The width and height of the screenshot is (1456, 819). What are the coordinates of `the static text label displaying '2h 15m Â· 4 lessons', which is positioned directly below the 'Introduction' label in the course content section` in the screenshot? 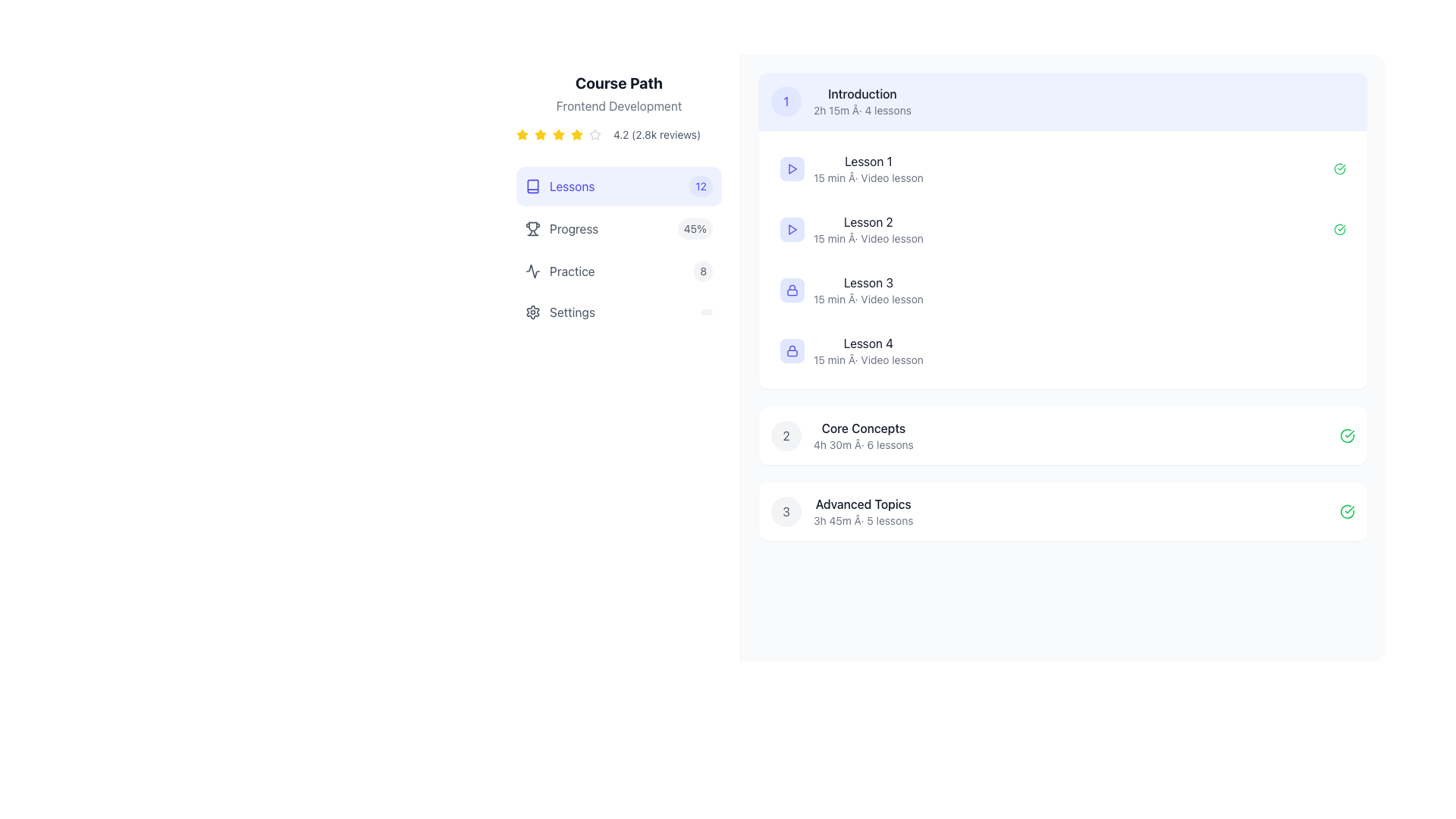 It's located at (862, 110).